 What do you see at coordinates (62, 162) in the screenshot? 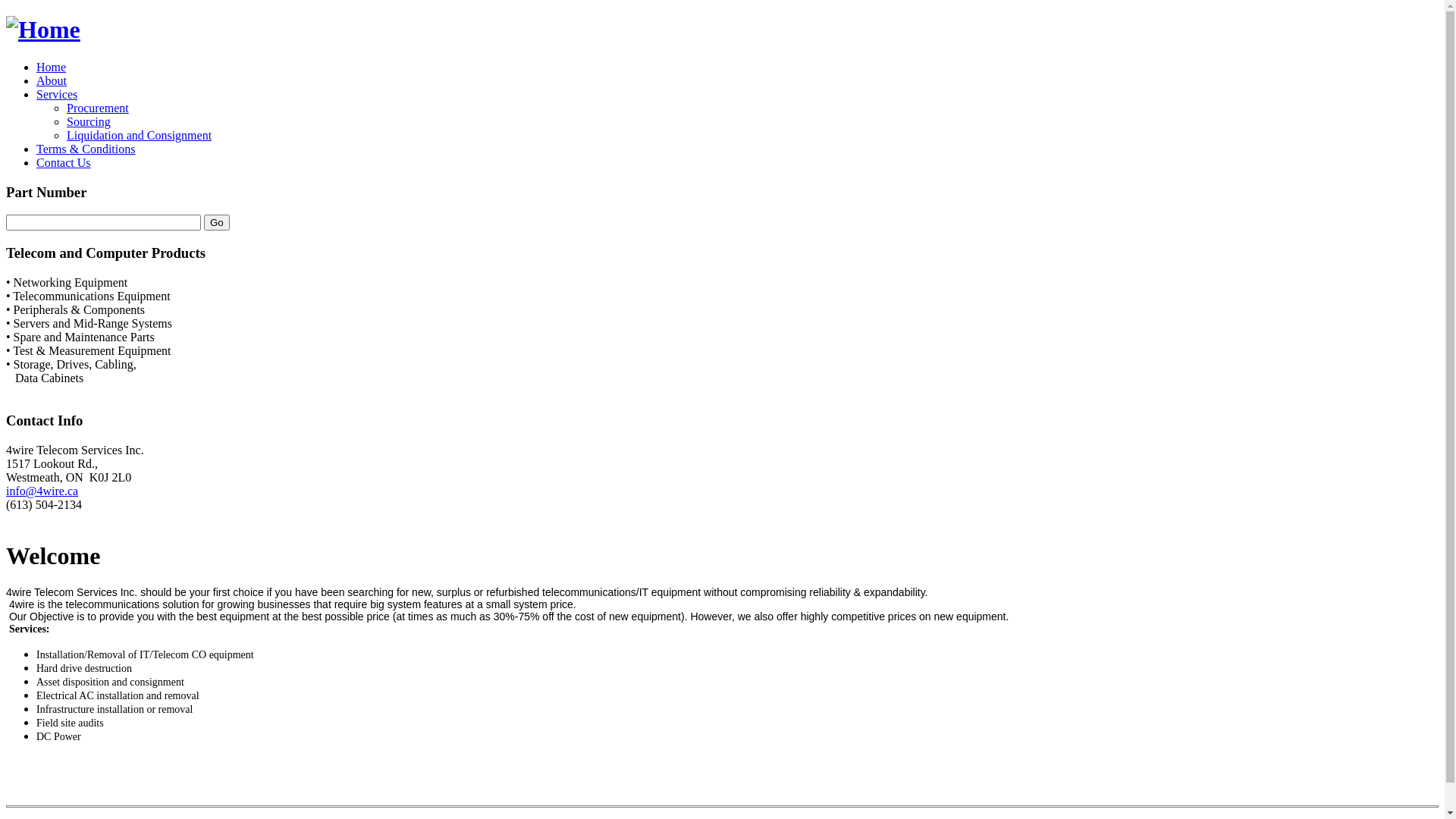
I see `'Contact Us'` at bounding box center [62, 162].